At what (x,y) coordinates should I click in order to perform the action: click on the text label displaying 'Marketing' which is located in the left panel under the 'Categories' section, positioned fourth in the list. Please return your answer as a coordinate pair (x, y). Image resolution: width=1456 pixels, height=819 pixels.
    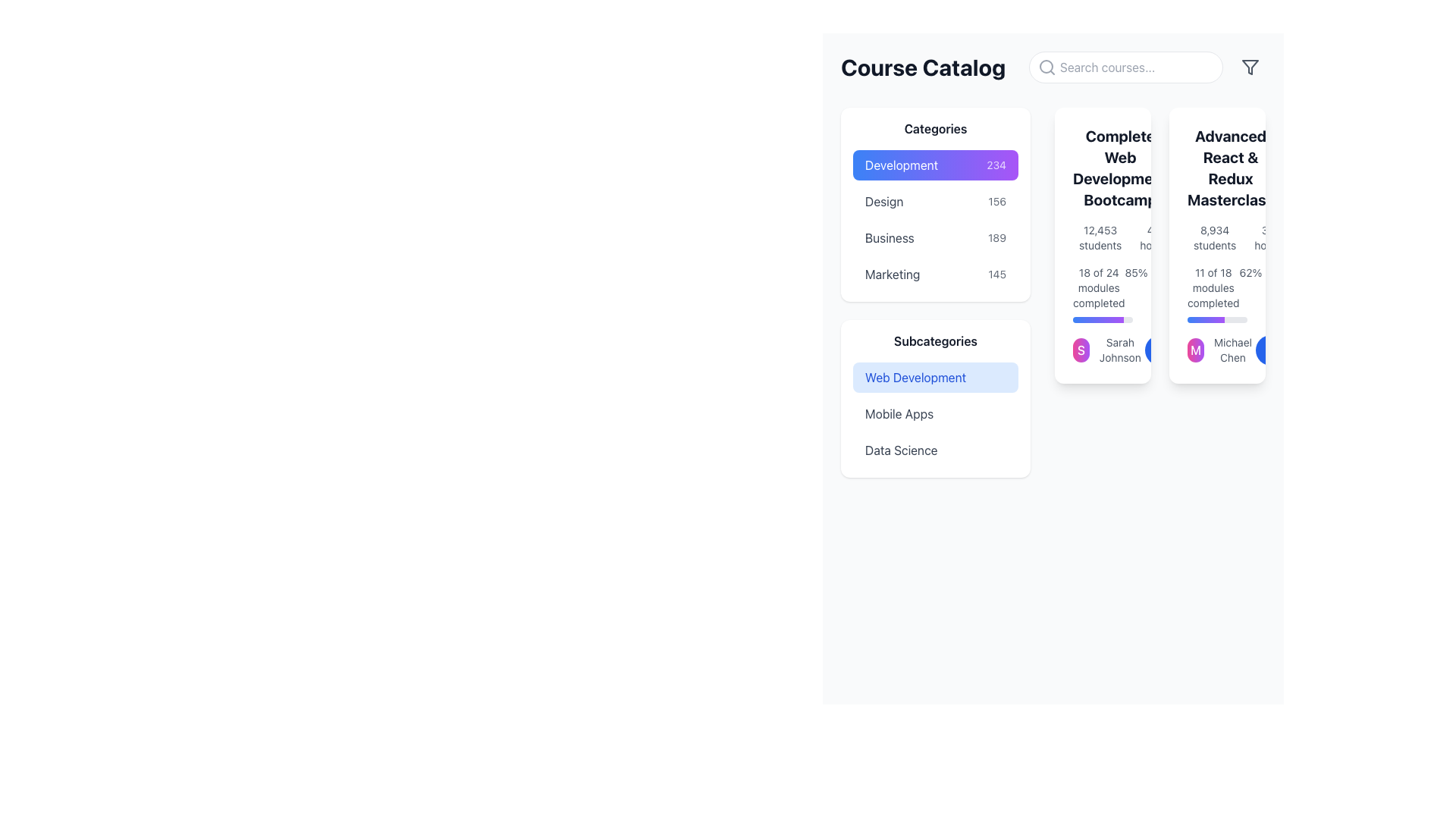
    Looking at the image, I should click on (893, 275).